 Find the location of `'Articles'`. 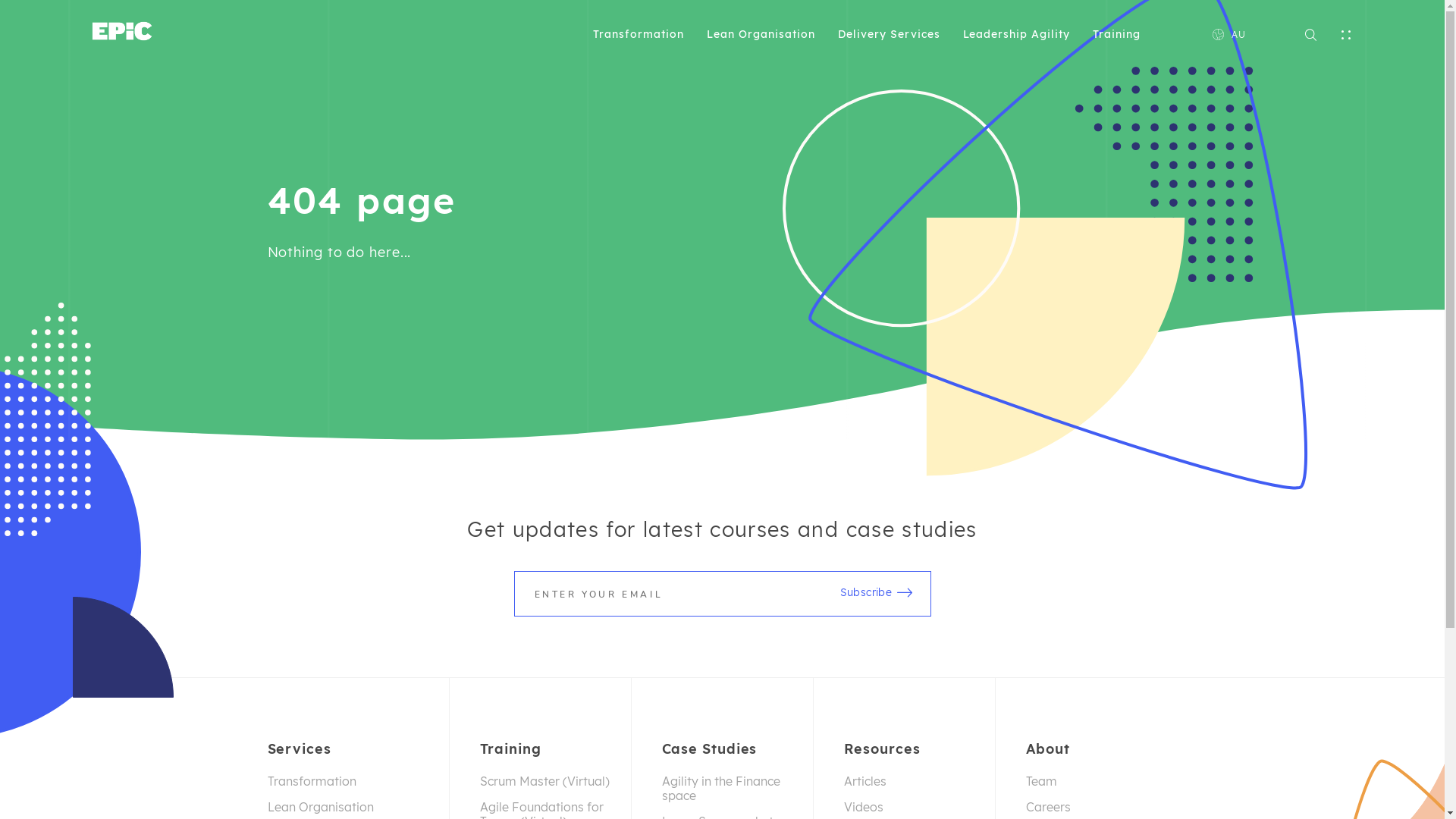

'Articles' is located at coordinates (915, 781).